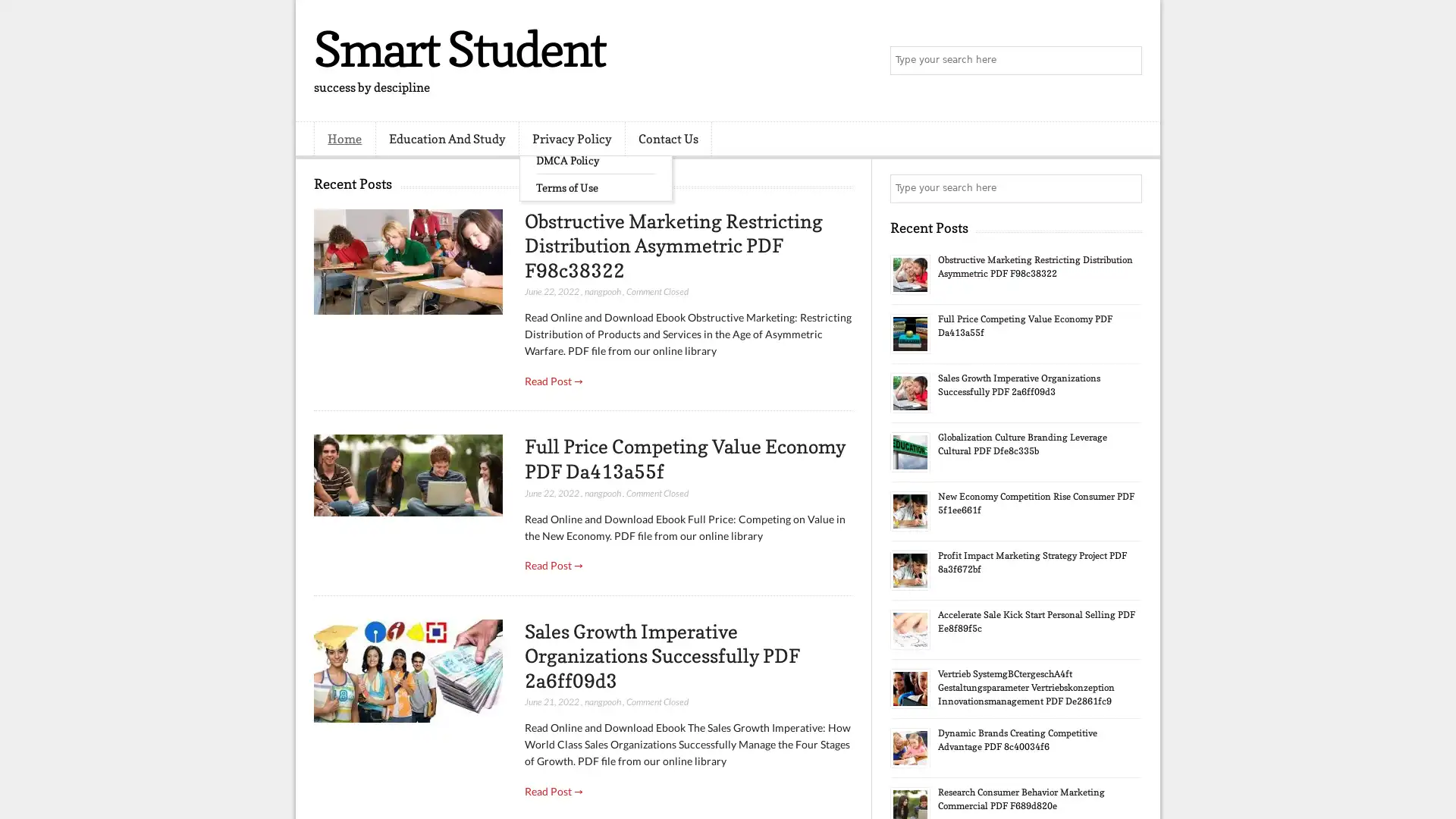  Describe the element at coordinates (1126, 188) in the screenshot. I see `Search` at that location.